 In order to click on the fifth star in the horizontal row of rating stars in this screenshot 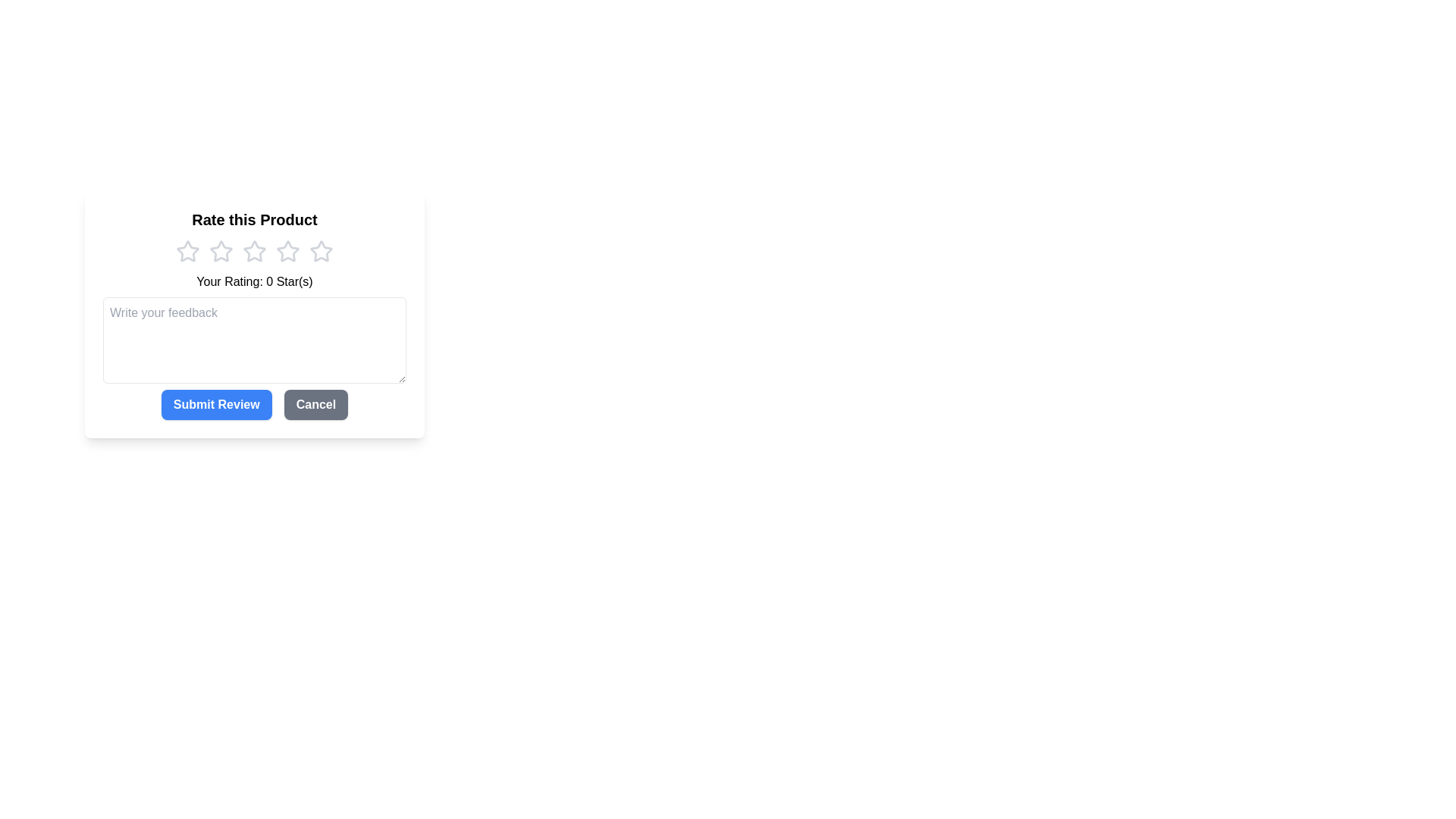, I will do `click(320, 250)`.